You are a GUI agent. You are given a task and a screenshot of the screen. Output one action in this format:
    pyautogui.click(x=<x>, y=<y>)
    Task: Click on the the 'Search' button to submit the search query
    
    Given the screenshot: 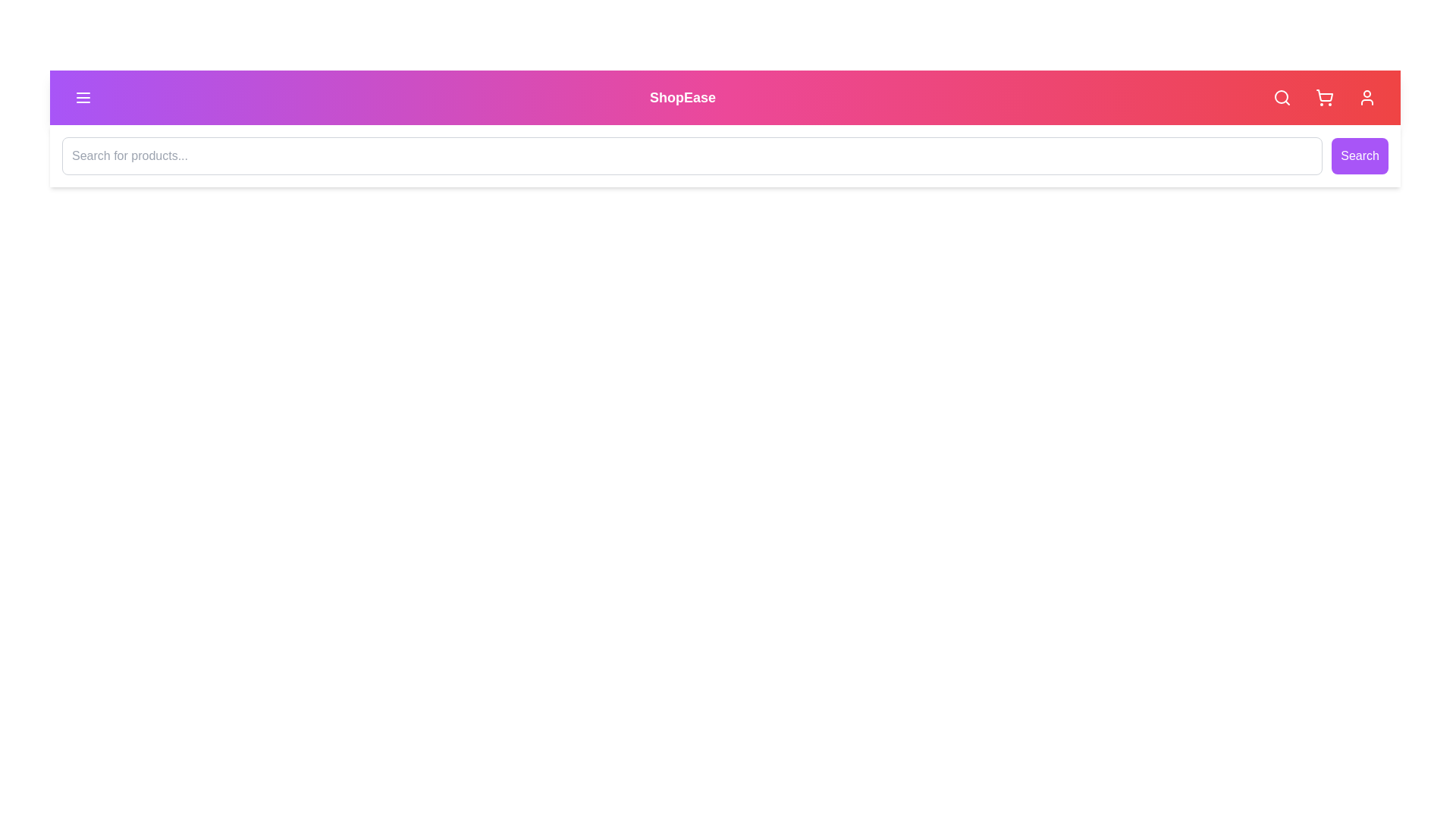 What is the action you would take?
    pyautogui.click(x=1360, y=155)
    